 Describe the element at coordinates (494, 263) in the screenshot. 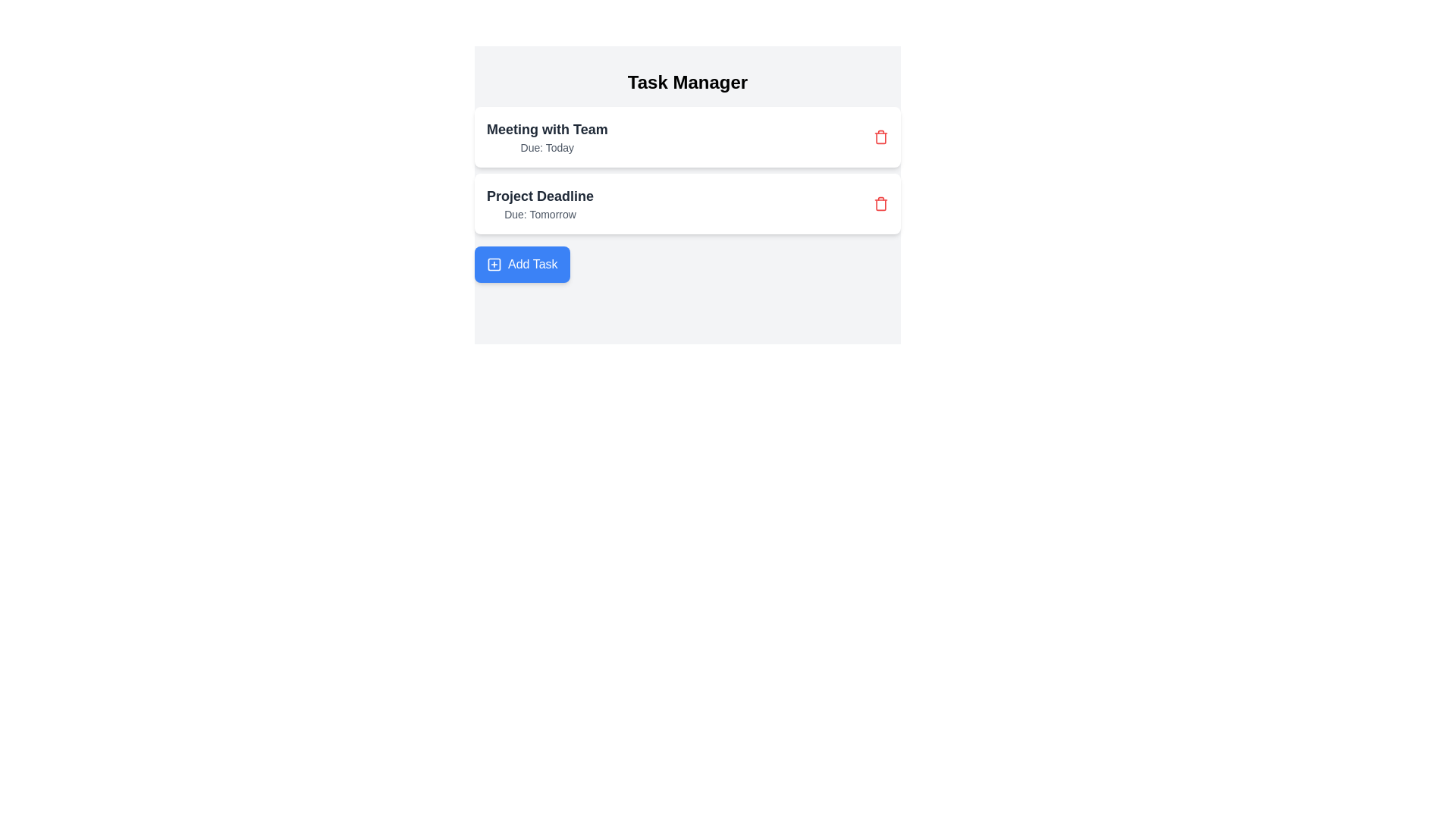

I see `the square-shaped icon with a plus sign, located on the left side of the blue 'Add Task' button` at that location.